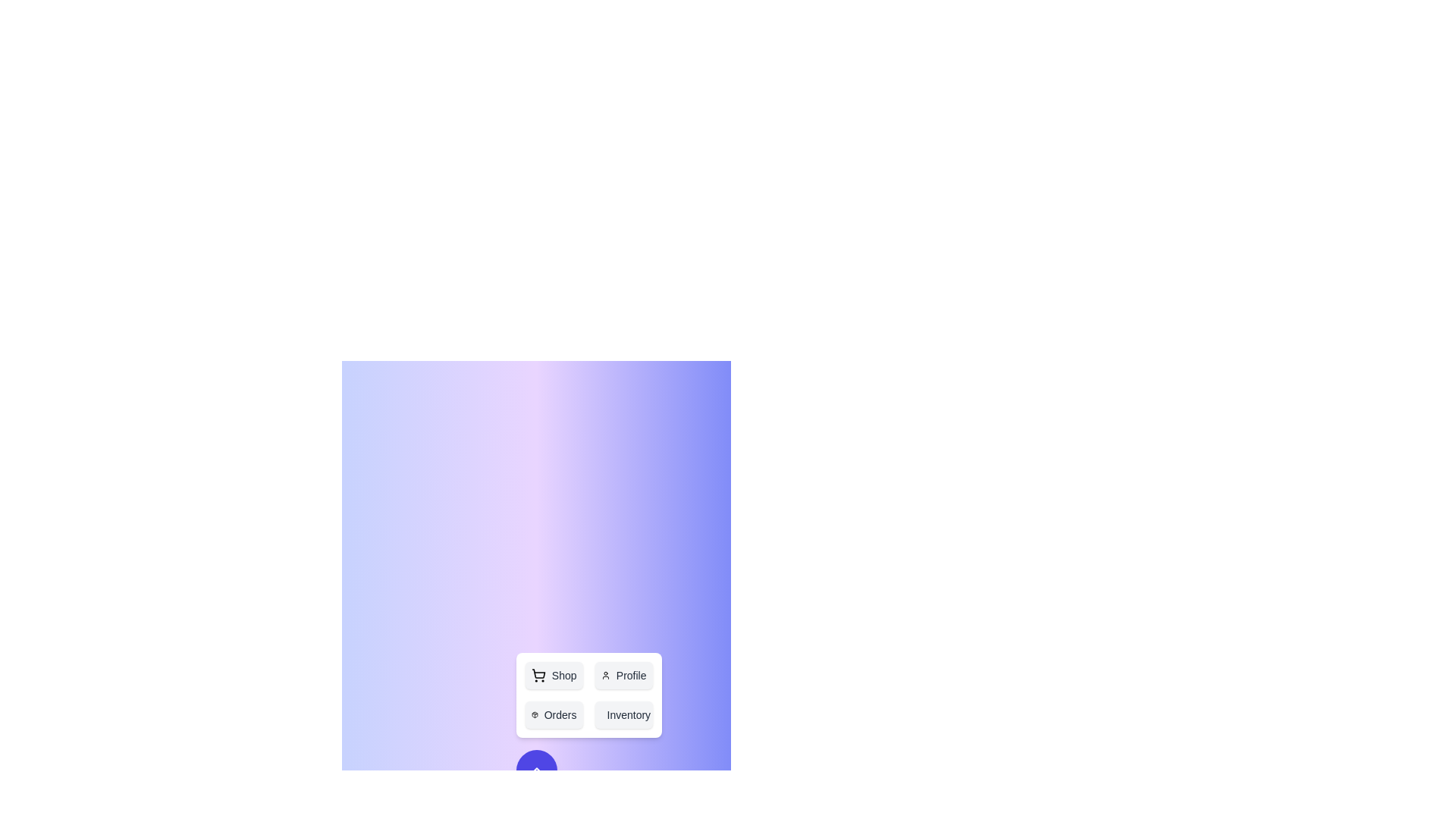 The width and height of the screenshot is (1456, 819). I want to click on the 'Inventory' button, so click(623, 714).